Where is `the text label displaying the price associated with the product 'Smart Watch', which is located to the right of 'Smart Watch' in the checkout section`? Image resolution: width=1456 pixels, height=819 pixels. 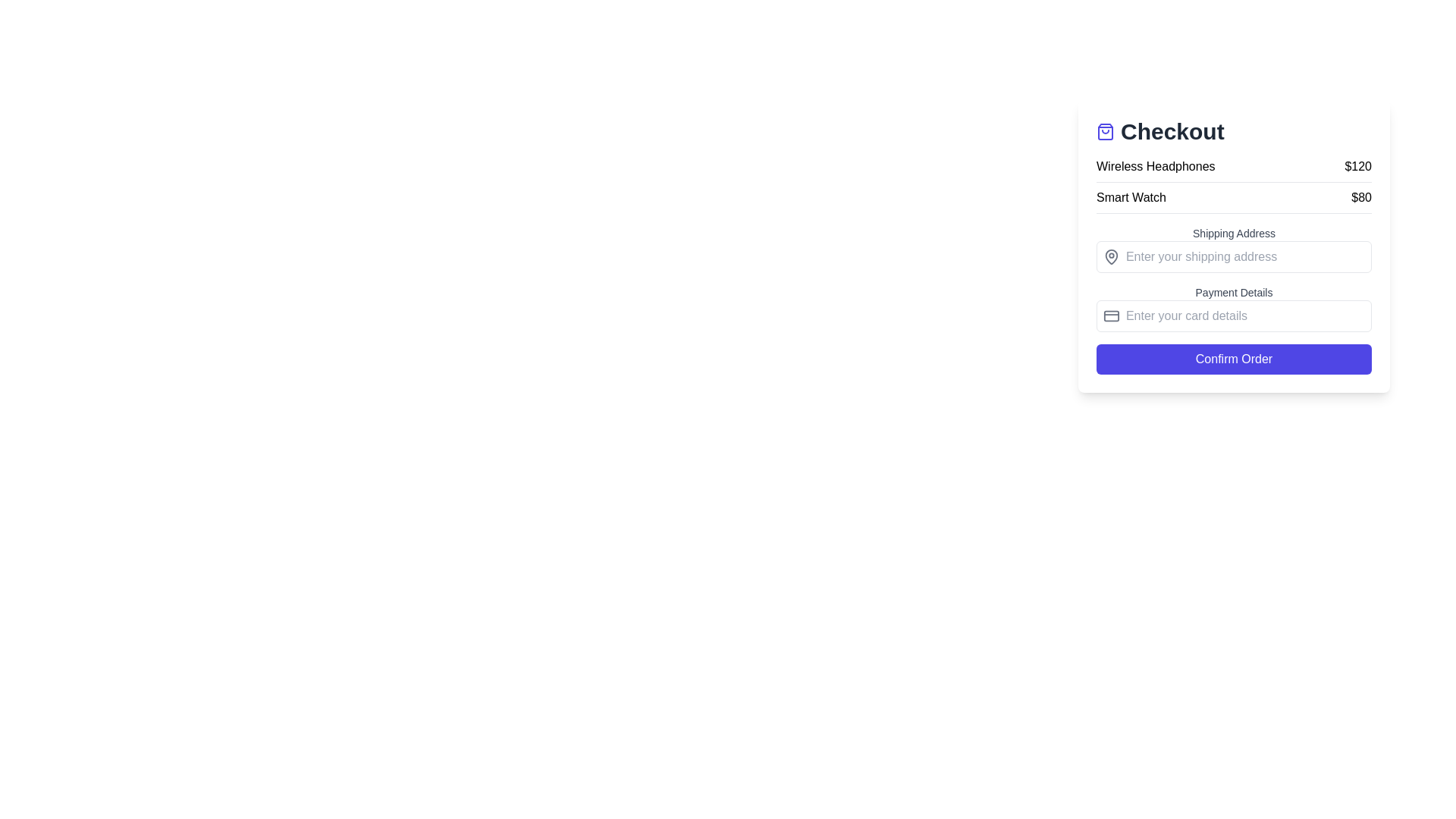
the text label displaying the price associated with the product 'Smart Watch', which is located to the right of 'Smart Watch' in the checkout section is located at coordinates (1361, 197).